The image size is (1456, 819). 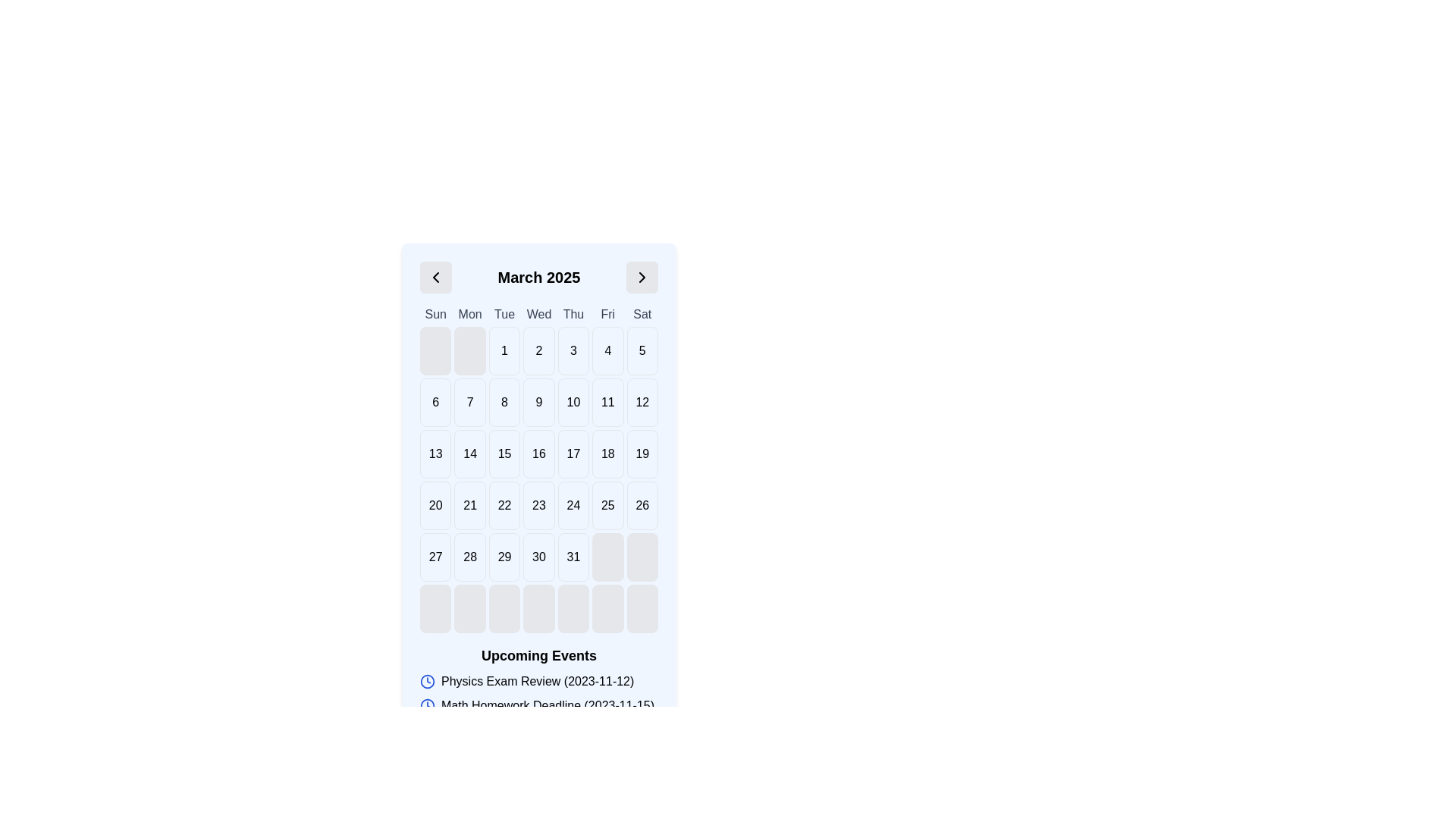 What do you see at coordinates (607, 557) in the screenshot?
I see `the Calendar Cell Placeholder element located in the sixth column of the bottom row of the grid-based calendar interface` at bounding box center [607, 557].